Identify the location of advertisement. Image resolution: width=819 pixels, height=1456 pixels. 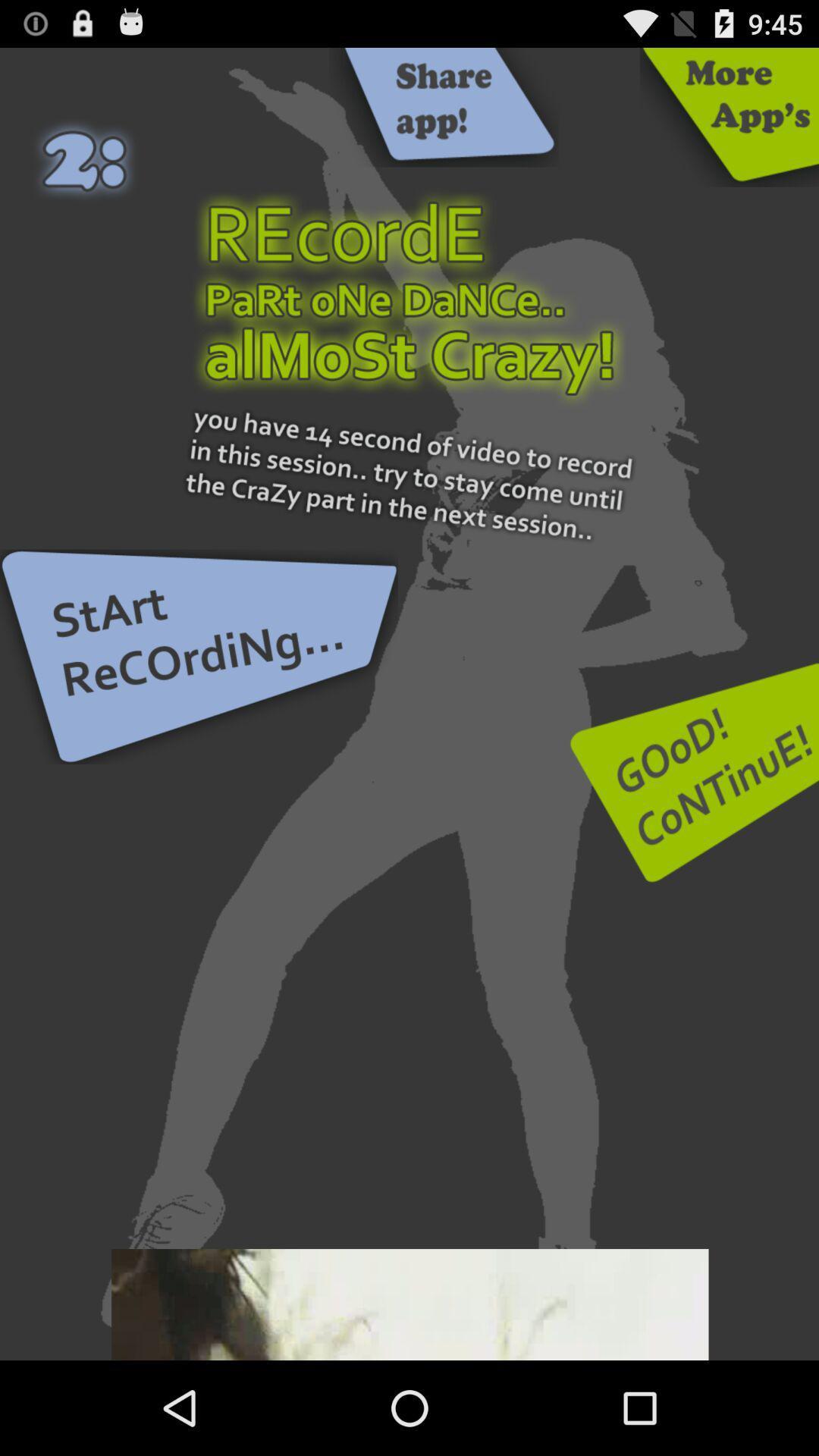
(409, 1304).